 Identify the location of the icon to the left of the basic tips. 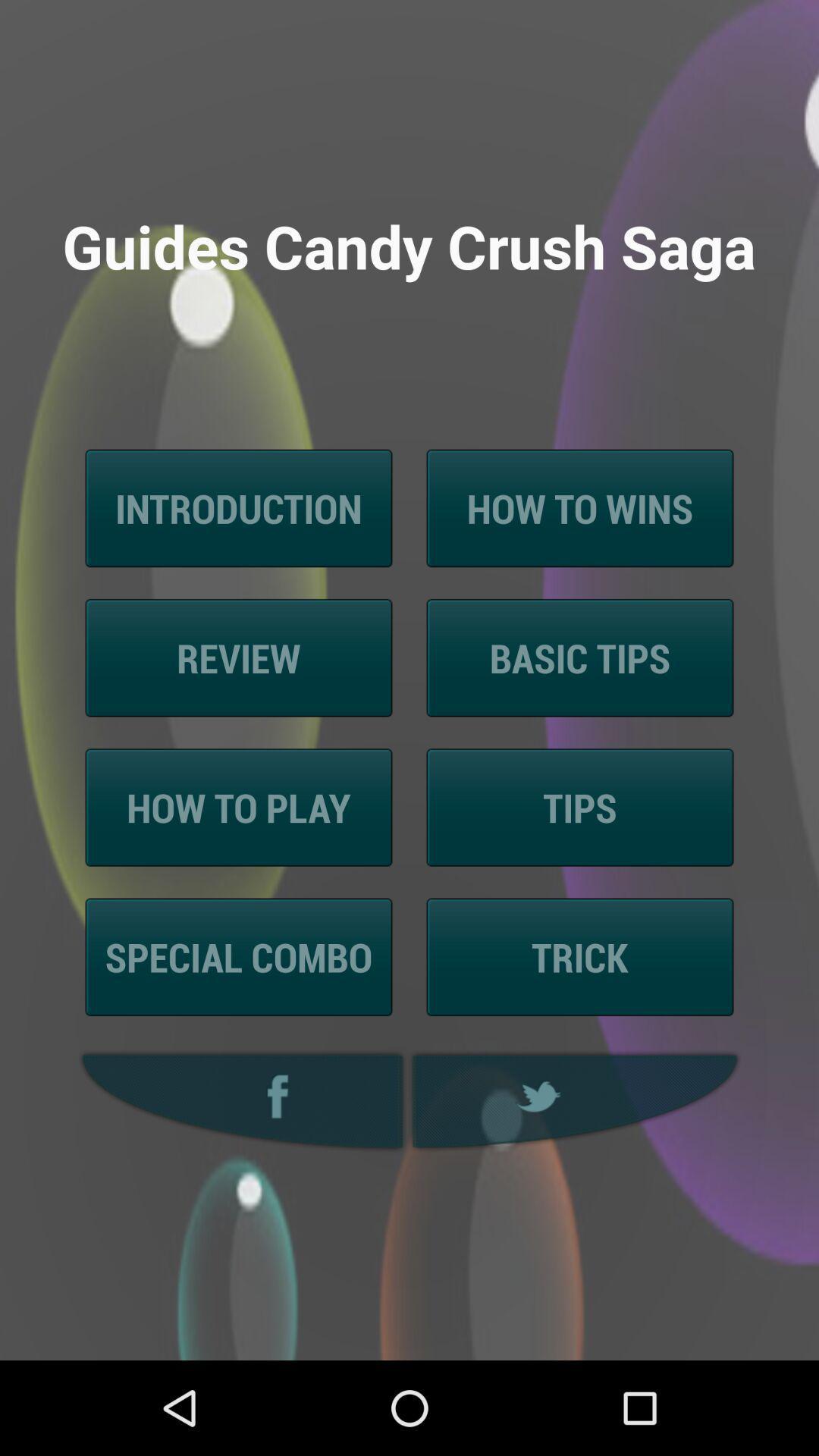
(239, 657).